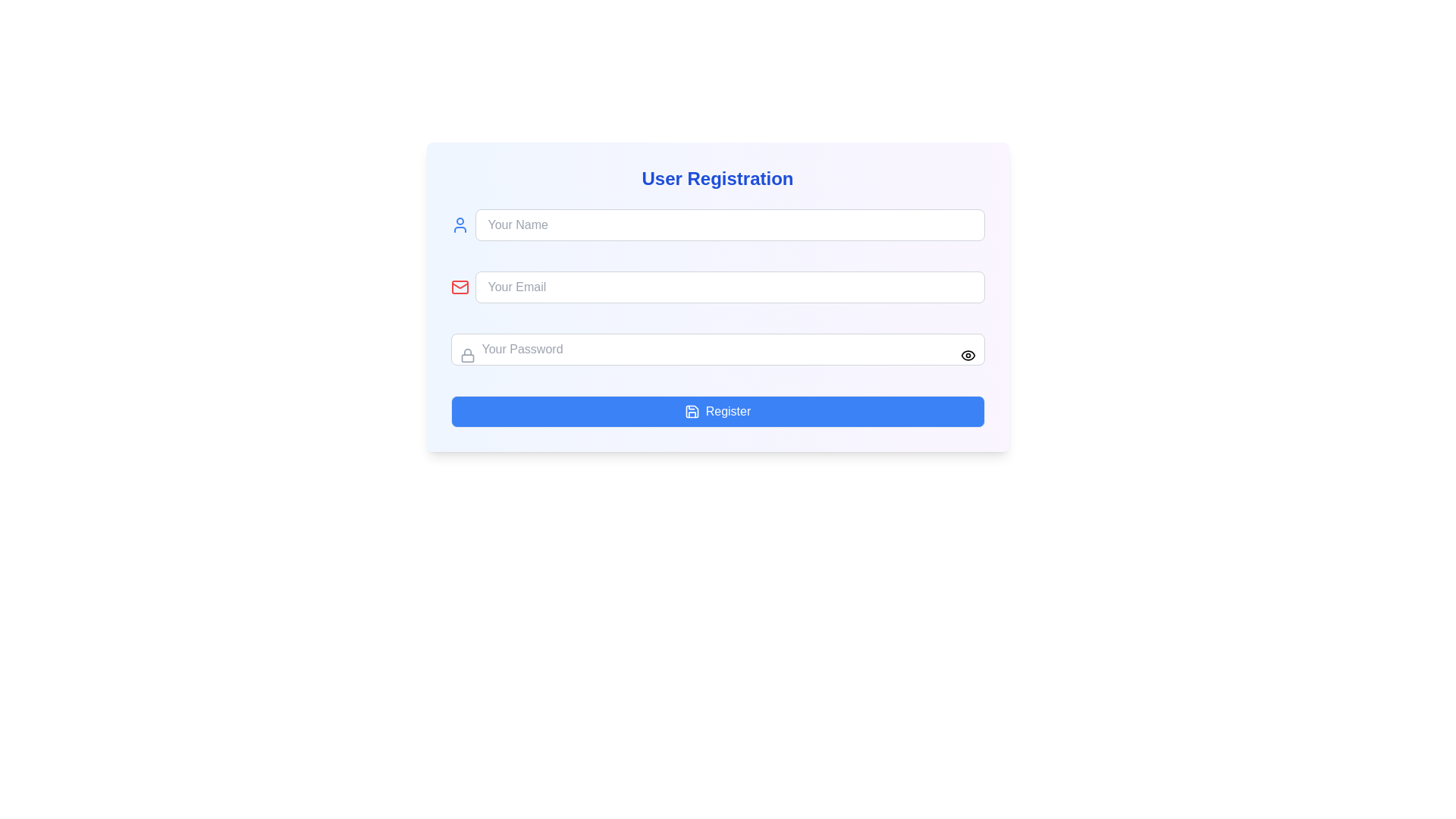 The image size is (1456, 819). Describe the element at coordinates (459, 286) in the screenshot. I see `the stylized envelope vector graphic, which is located to the left of the email input field in the user registration form` at that location.